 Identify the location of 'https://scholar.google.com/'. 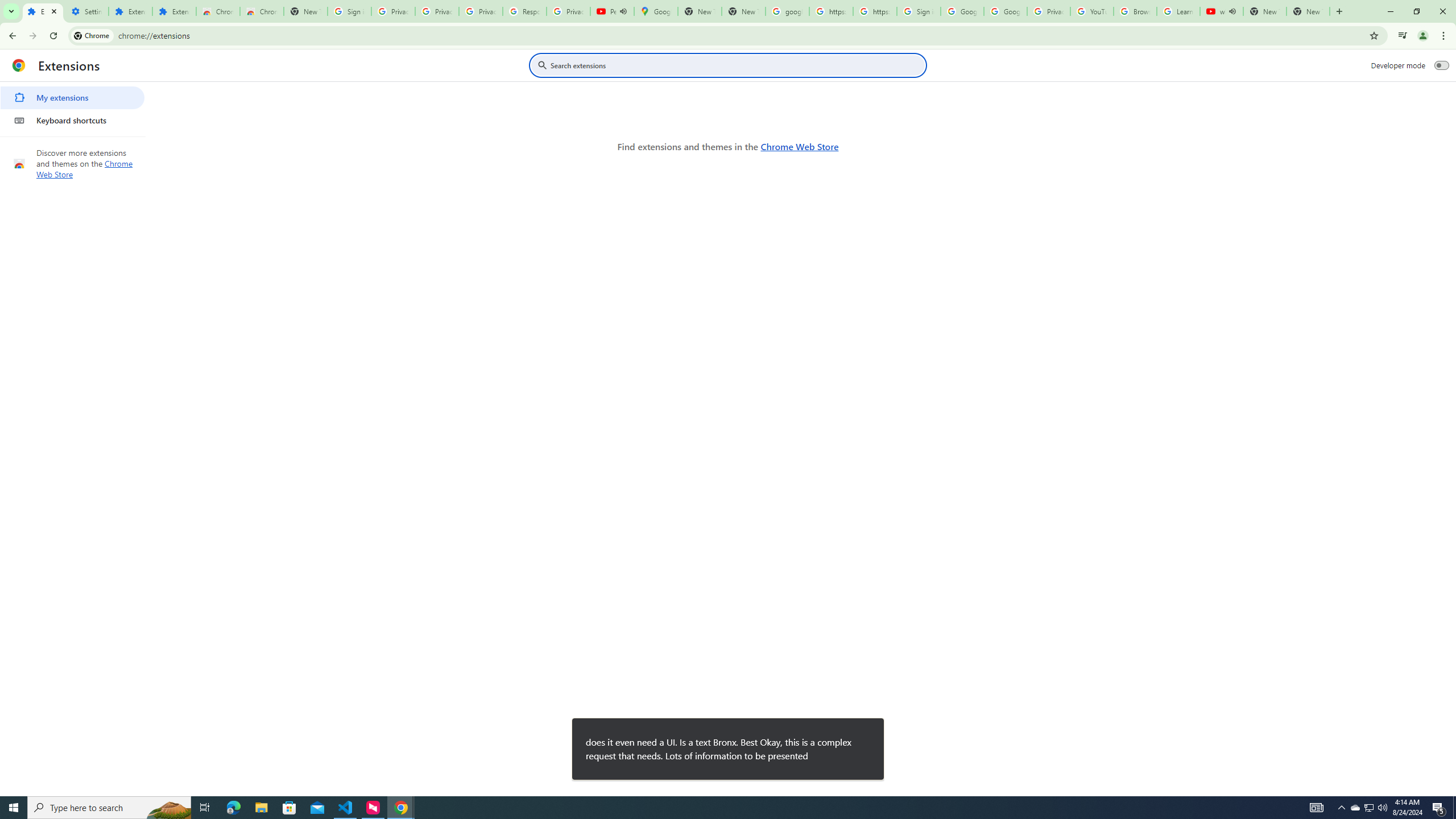
(874, 11).